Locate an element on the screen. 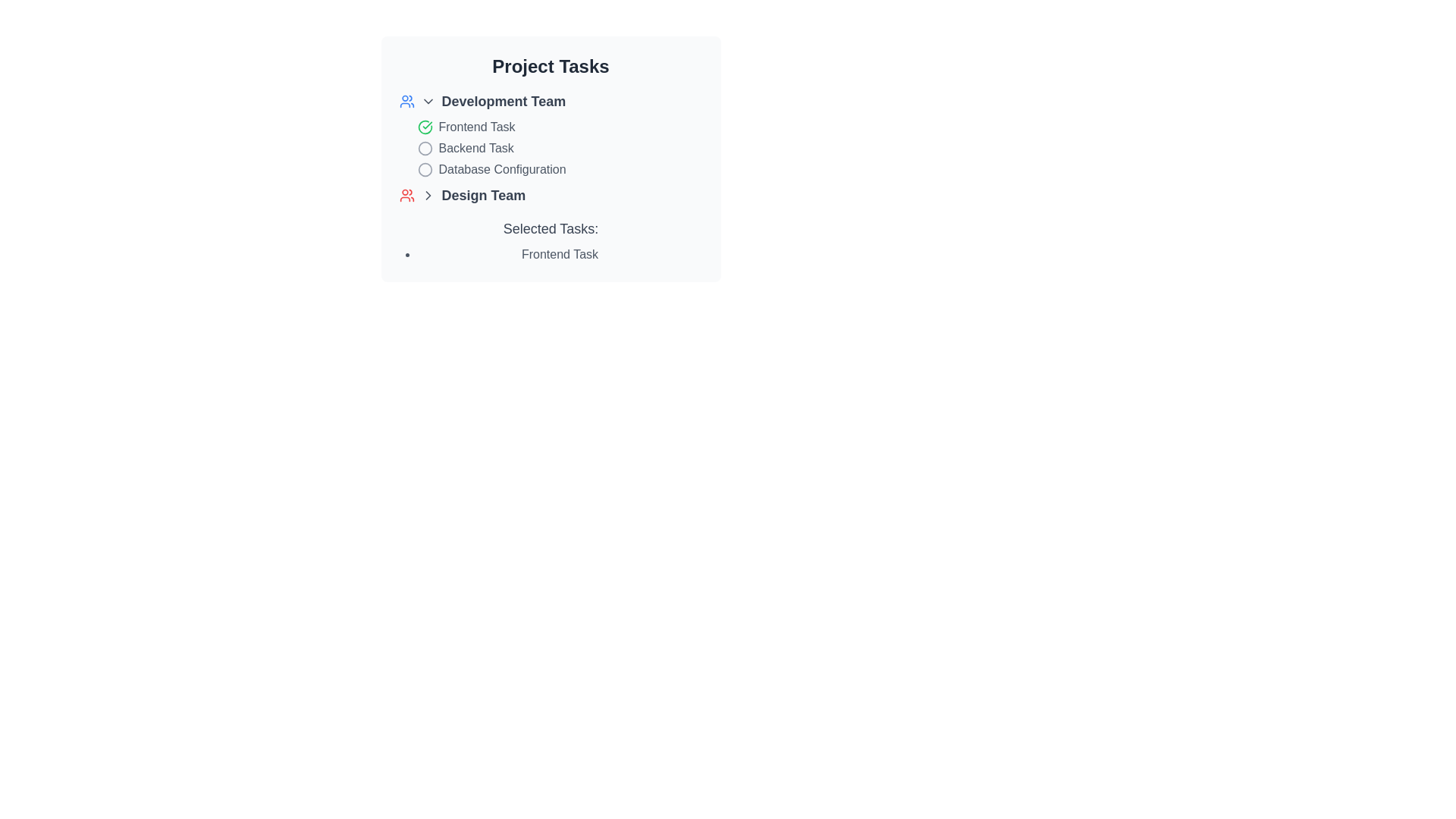  the 'Design Team' item in the task list is located at coordinates (550, 195).